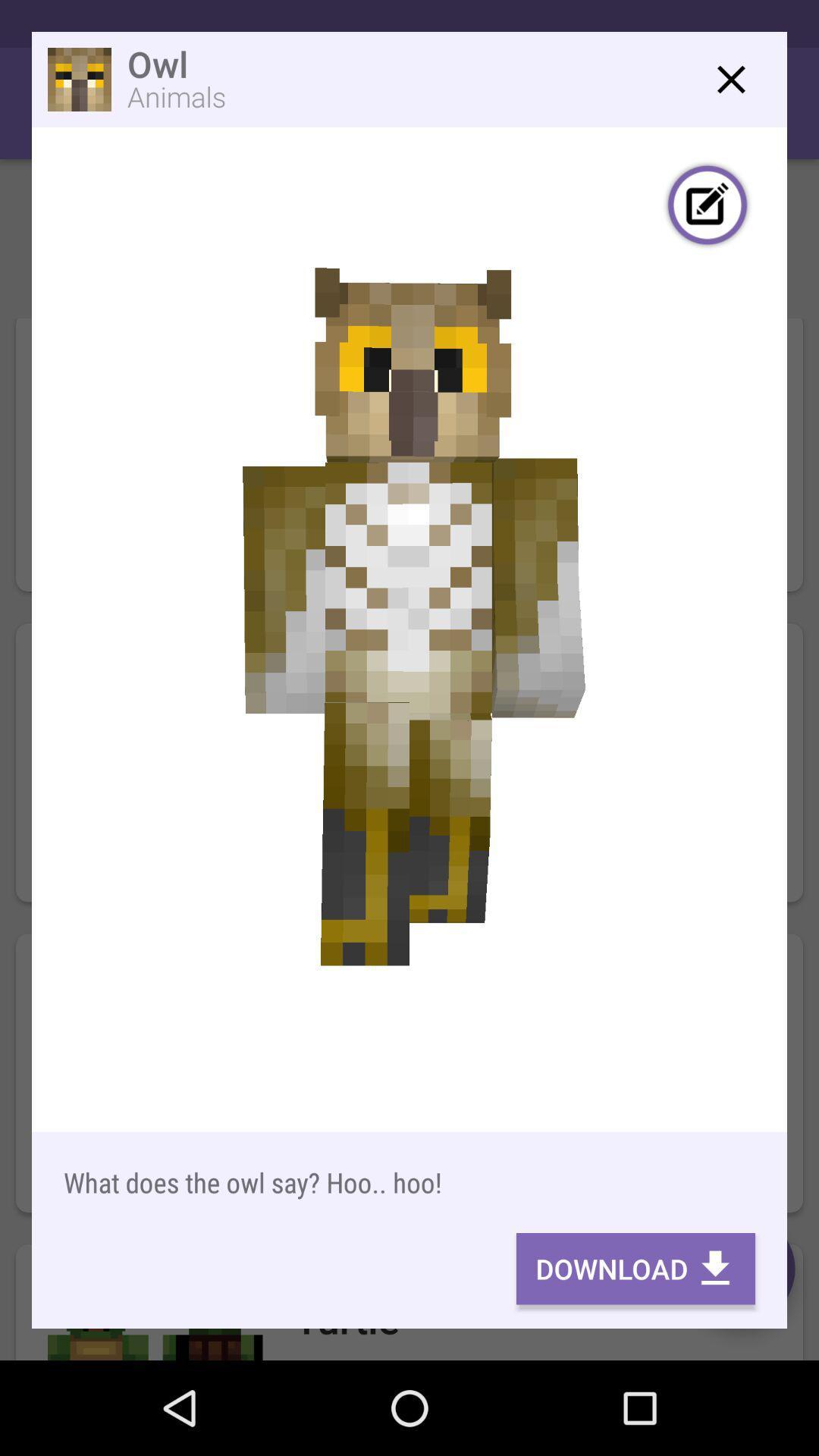 The width and height of the screenshot is (819, 1456). Describe the element at coordinates (730, 79) in the screenshot. I see `window` at that location.